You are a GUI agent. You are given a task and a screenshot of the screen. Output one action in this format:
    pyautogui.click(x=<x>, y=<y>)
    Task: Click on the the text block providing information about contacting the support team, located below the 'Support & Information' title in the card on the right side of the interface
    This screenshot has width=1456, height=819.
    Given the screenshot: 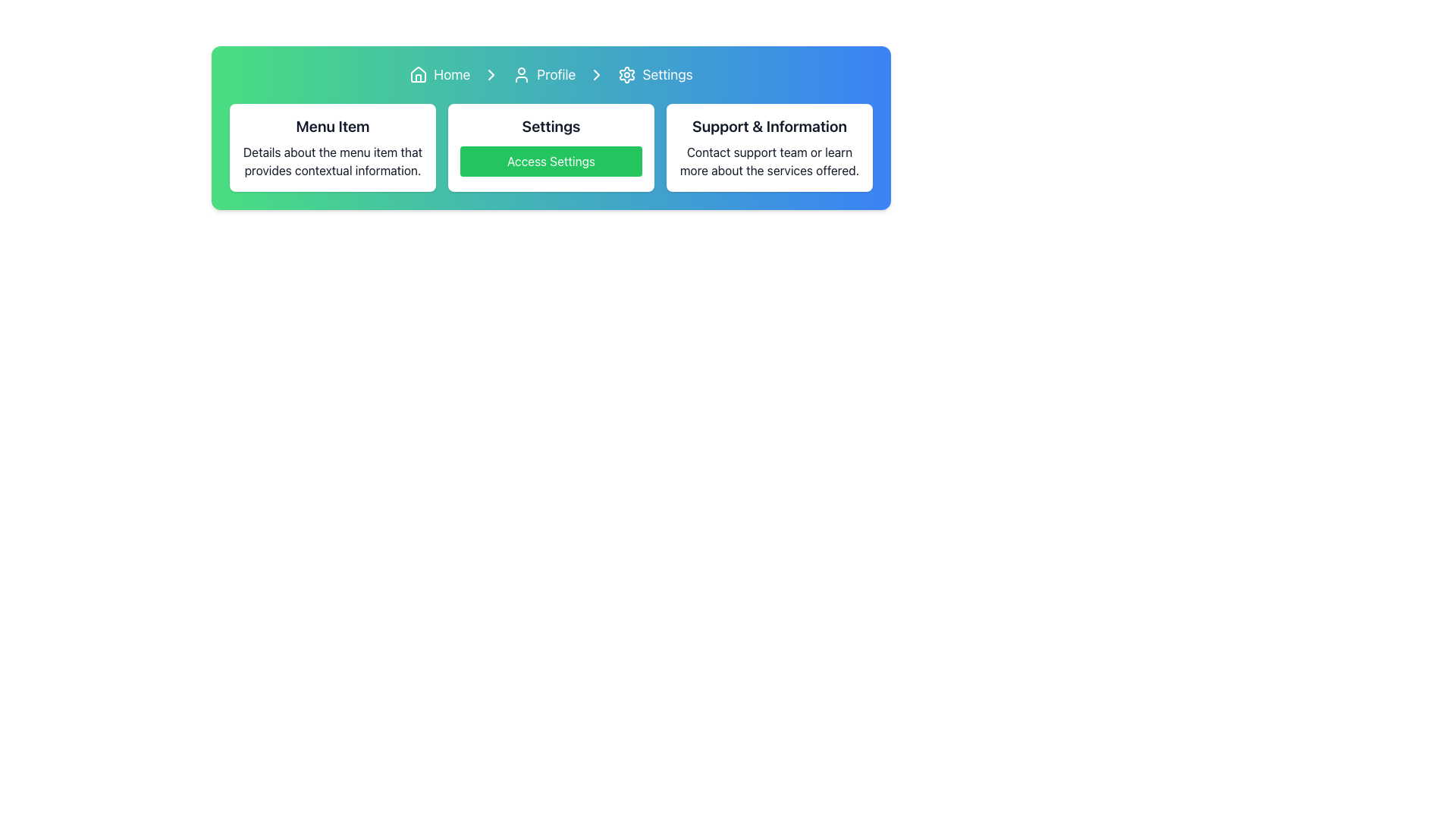 What is the action you would take?
    pyautogui.click(x=769, y=161)
    